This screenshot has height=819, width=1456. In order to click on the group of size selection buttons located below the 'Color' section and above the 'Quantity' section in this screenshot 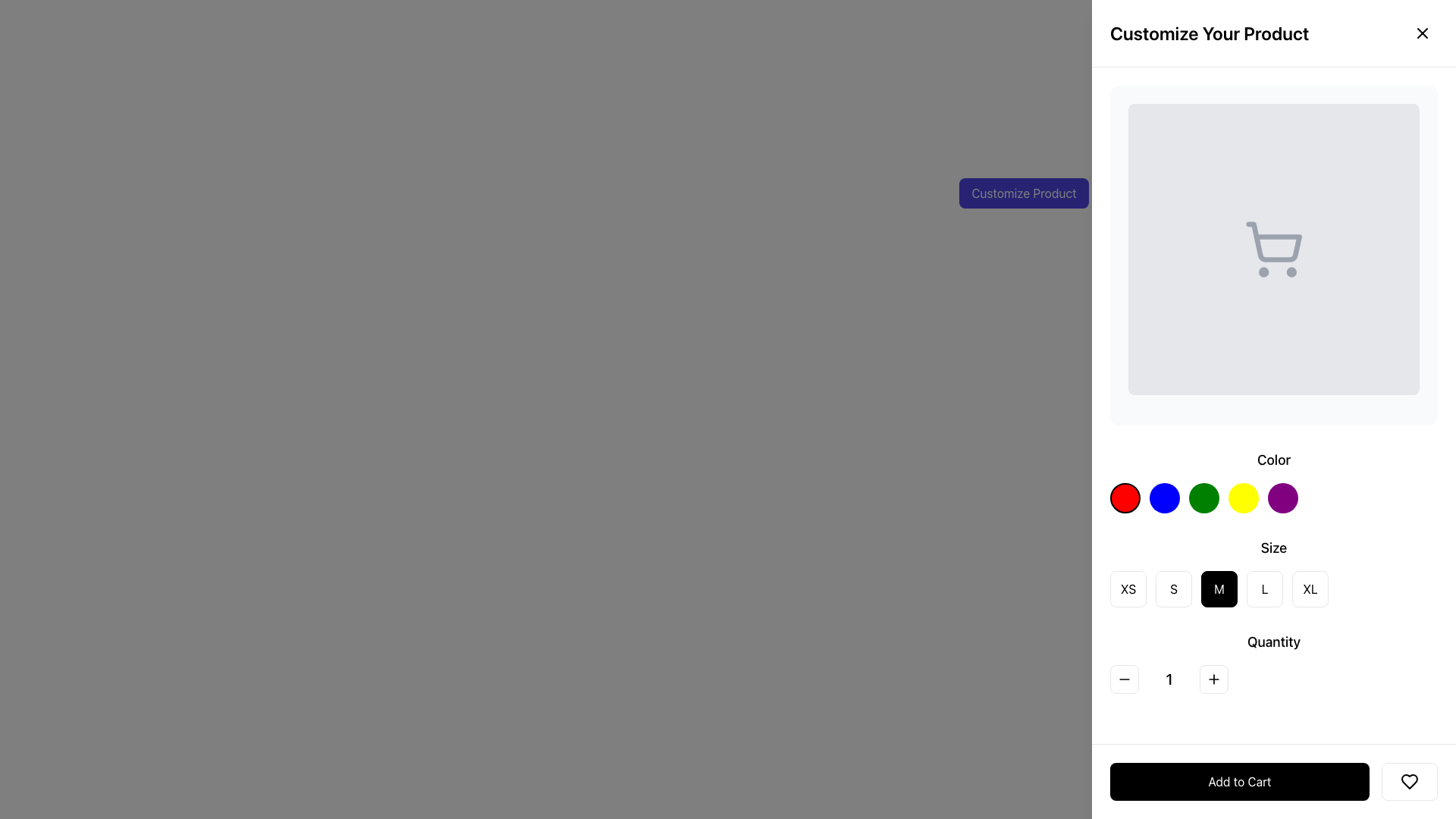, I will do `click(1274, 573)`.